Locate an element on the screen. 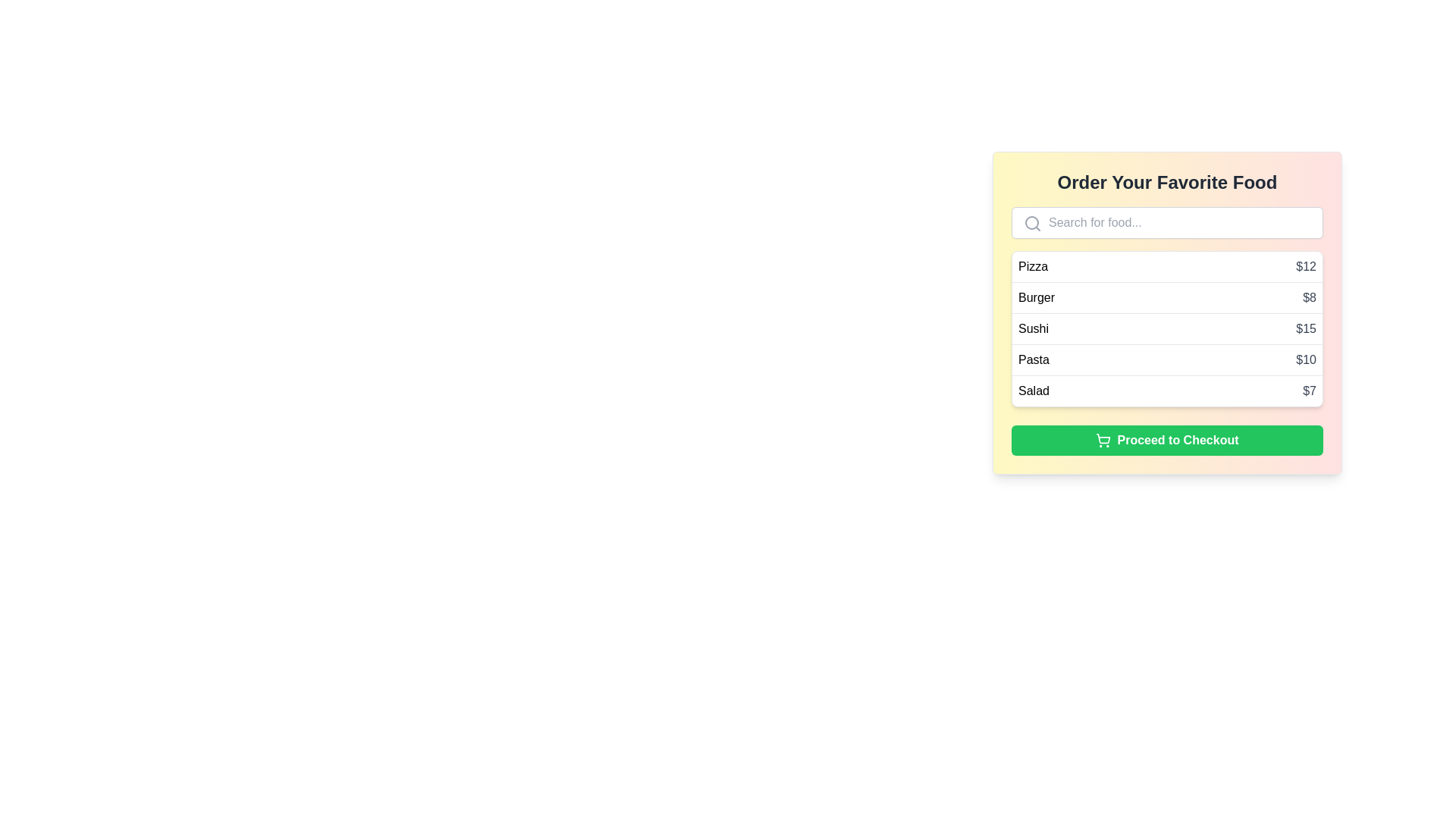 The height and width of the screenshot is (819, 1456). the shopping cart icon located to the left of the 'Proceed to Checkout' text is located at coordinates (1103, 441).